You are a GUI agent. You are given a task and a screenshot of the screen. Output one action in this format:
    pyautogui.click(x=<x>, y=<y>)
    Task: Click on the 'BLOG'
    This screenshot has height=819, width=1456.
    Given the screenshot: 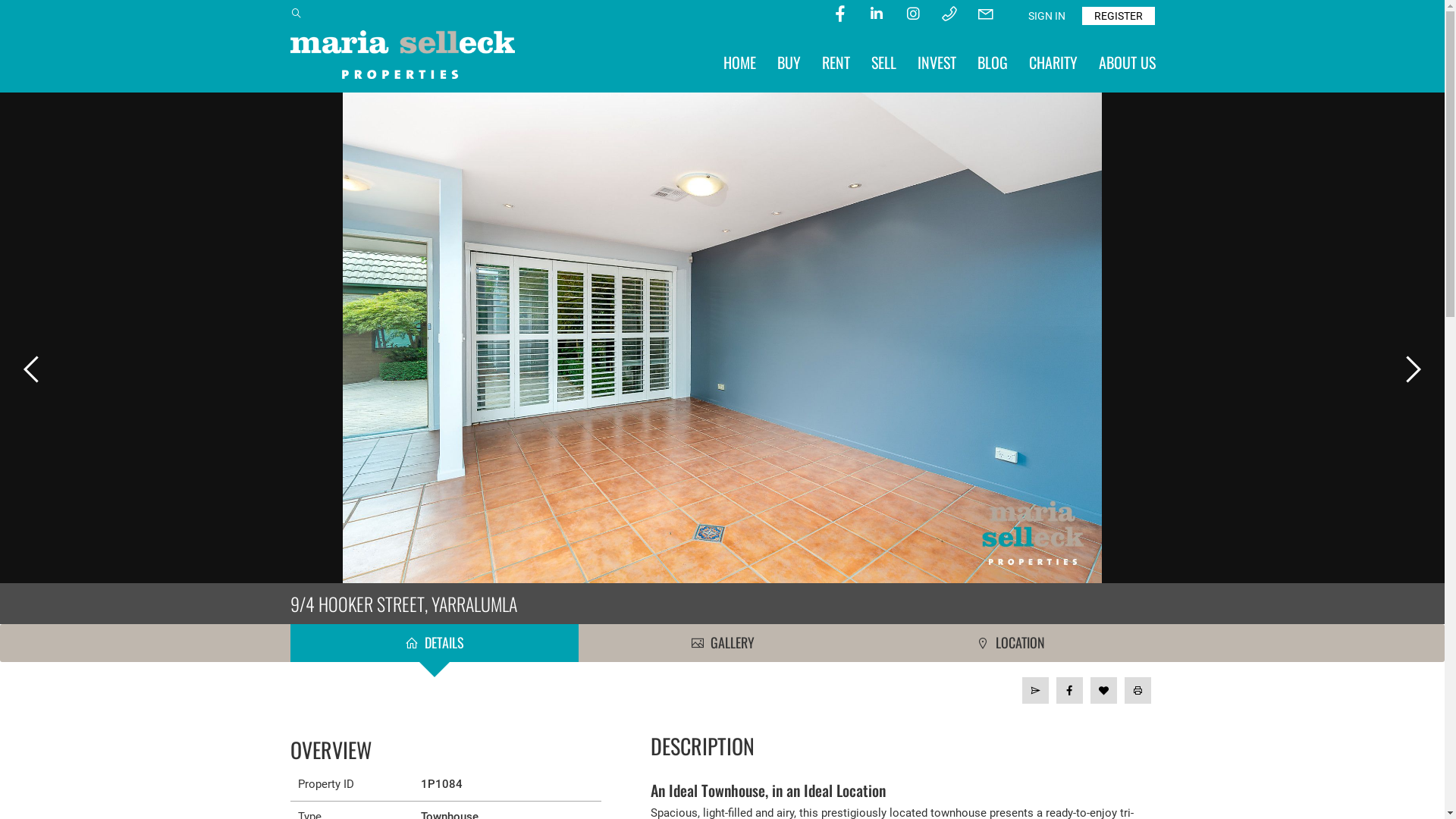 What is the action you would take?
    pyautogui.click(x=992, y=61)
    